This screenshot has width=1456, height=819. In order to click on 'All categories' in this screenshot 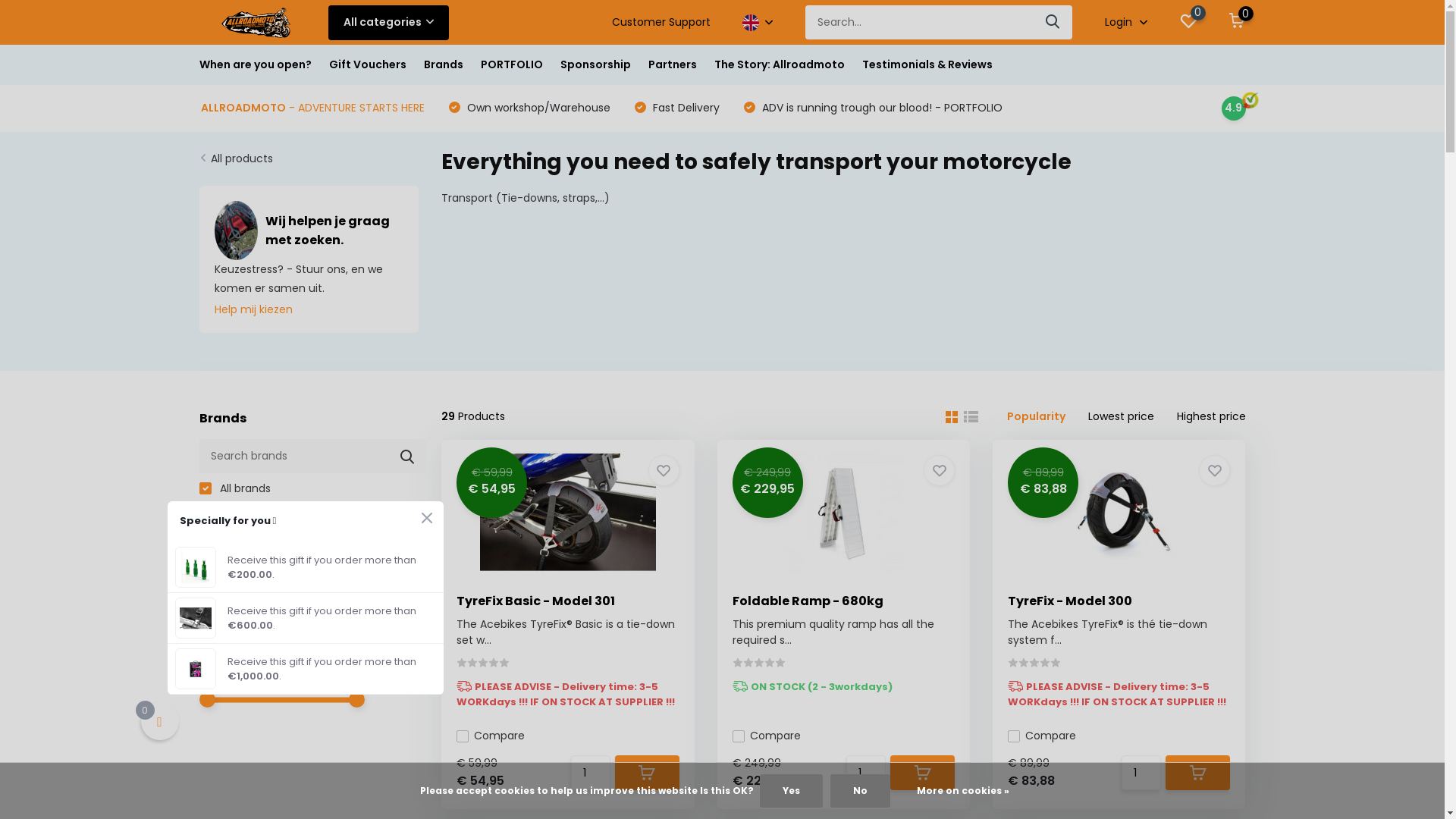, I will do `click(327, 22)`.